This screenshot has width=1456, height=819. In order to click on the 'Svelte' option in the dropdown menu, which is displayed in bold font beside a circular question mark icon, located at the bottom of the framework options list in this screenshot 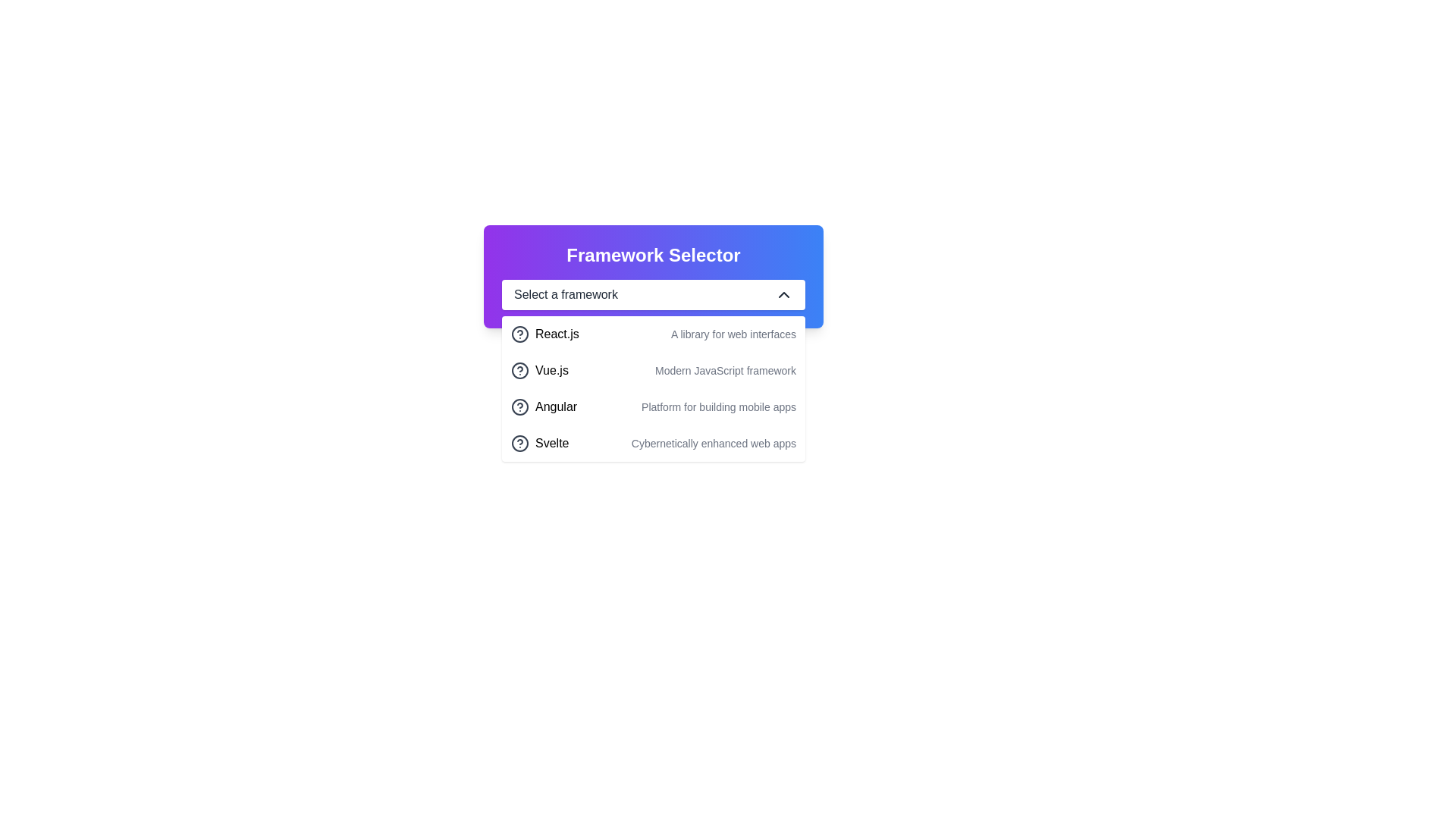, I will do `click(540, 444)`.